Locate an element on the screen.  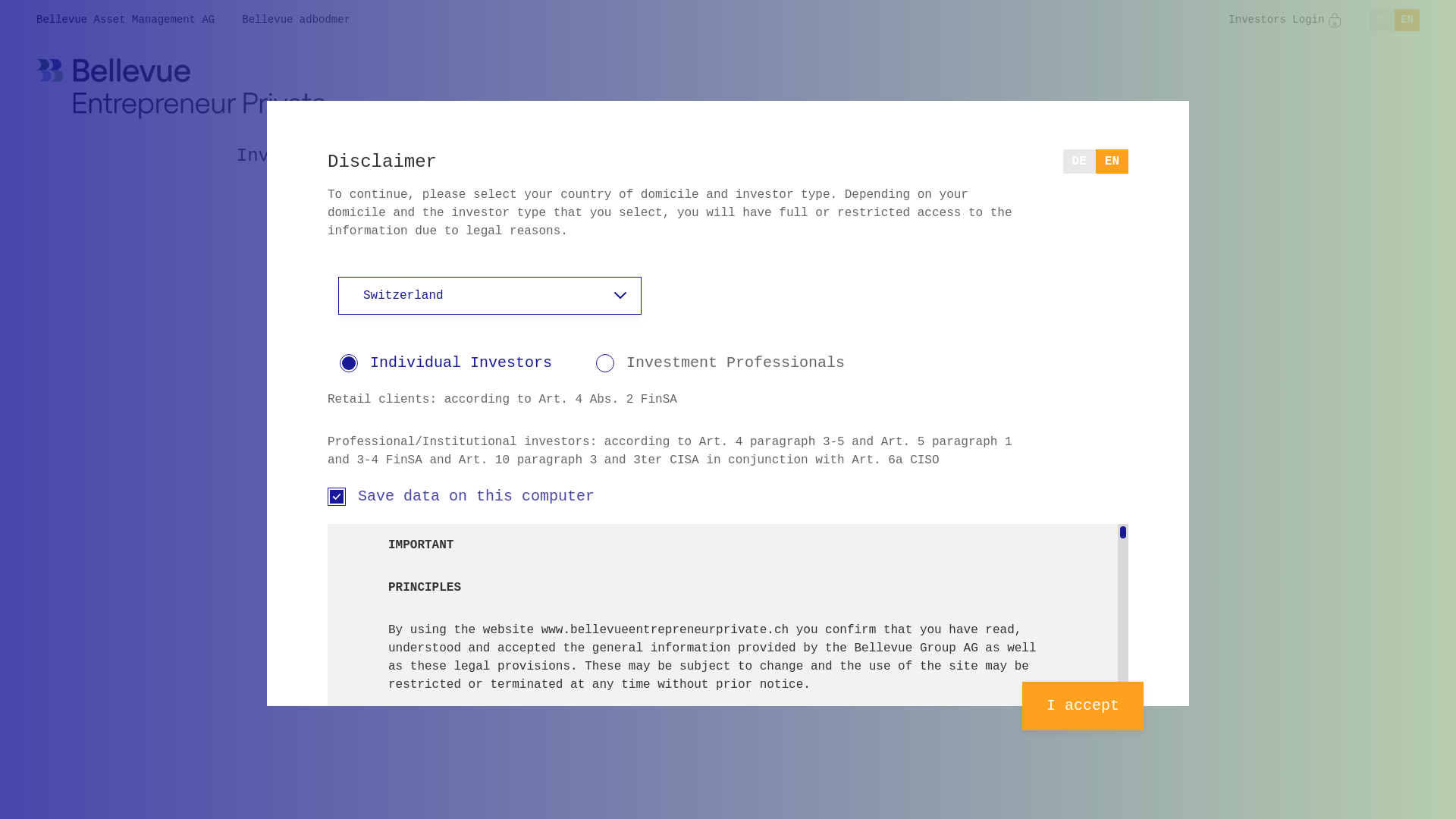
'Investment focus' is located at coordinates (323, 155).